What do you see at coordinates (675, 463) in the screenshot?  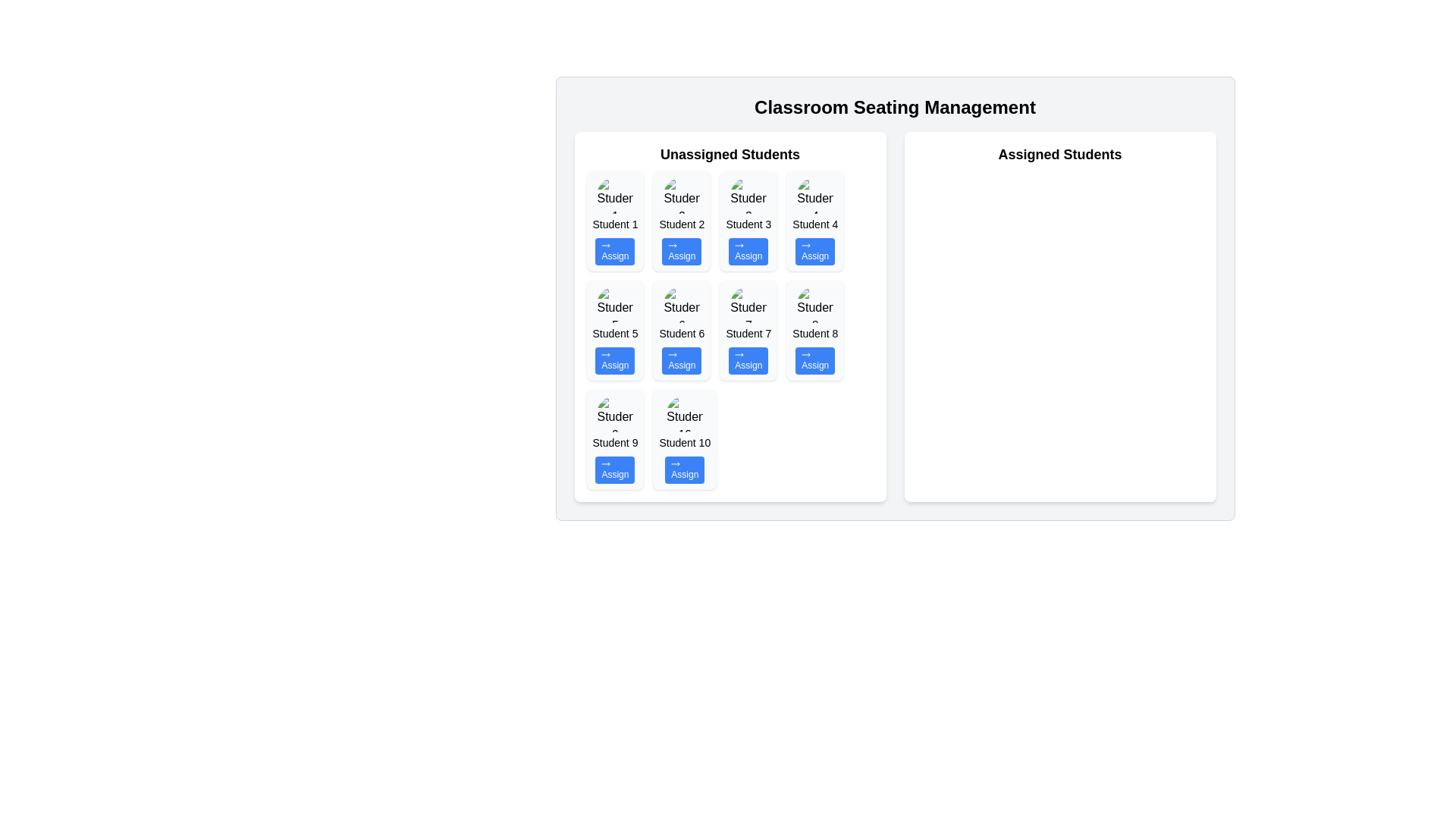 I see `the rightward-pointing arrow icon (lucide-move-right) located within the blue 'Assign' button for 'Student 10' in the 'Unassigned Students' section` at bounding box center [675, 463].